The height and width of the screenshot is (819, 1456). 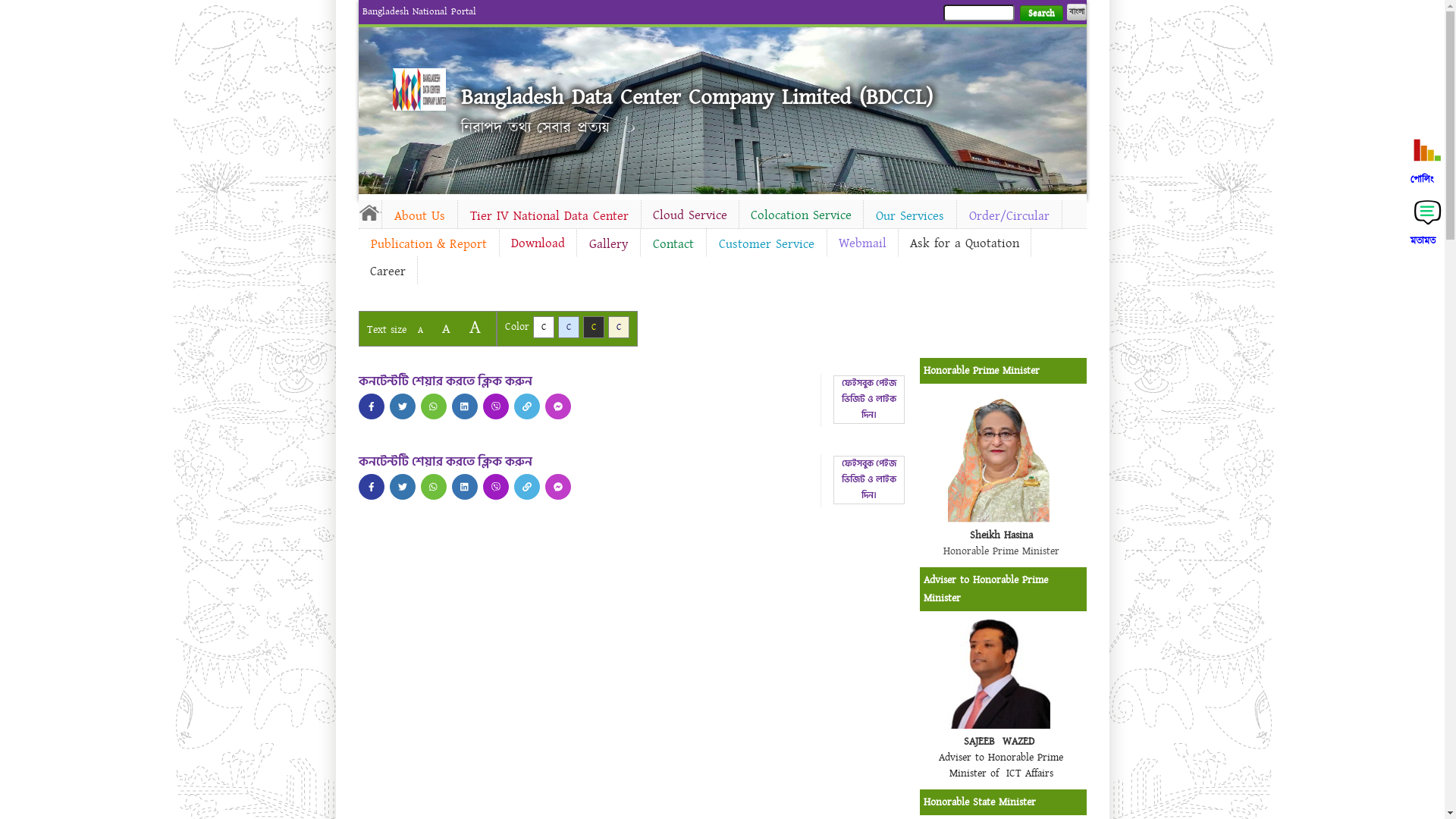 I want to click on 'Publication & Report', so click(x=427, y=243).